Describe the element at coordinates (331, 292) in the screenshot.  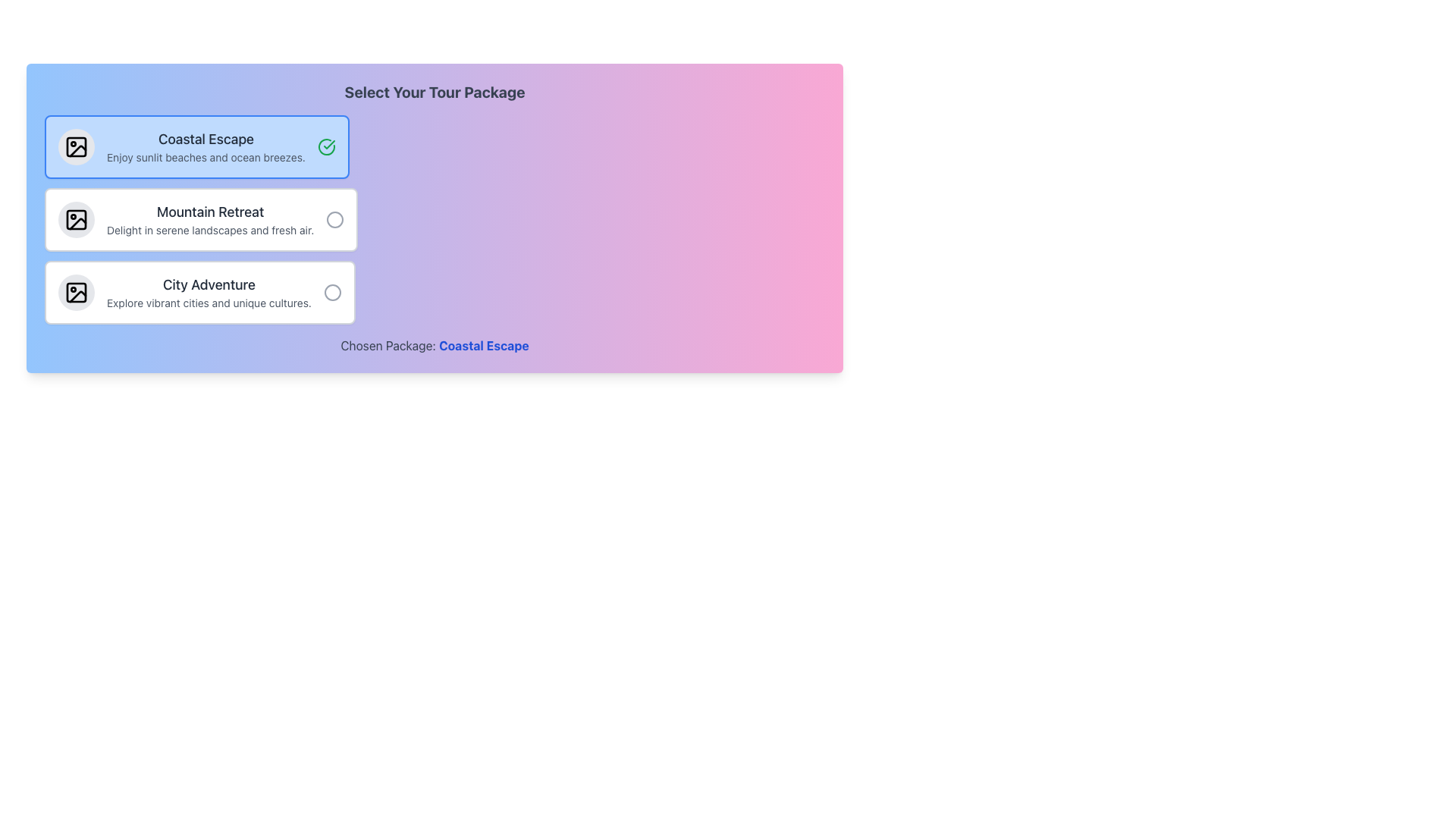
I see `the circular radio button with a gray border located to the far right within the 'City Adventure' card` at that location.